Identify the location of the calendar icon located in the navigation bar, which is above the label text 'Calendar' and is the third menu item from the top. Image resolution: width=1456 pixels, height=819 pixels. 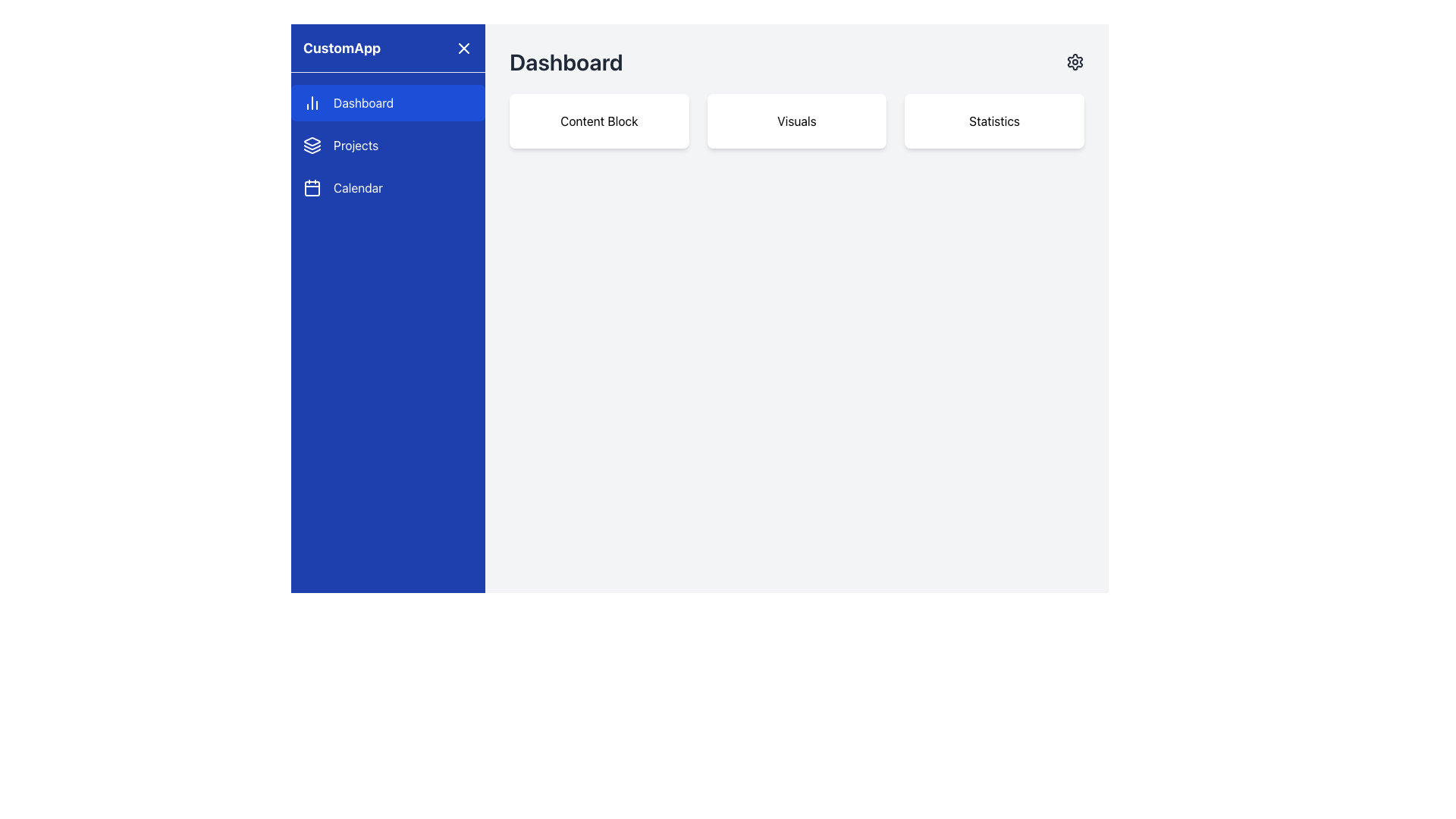
(312, 187).